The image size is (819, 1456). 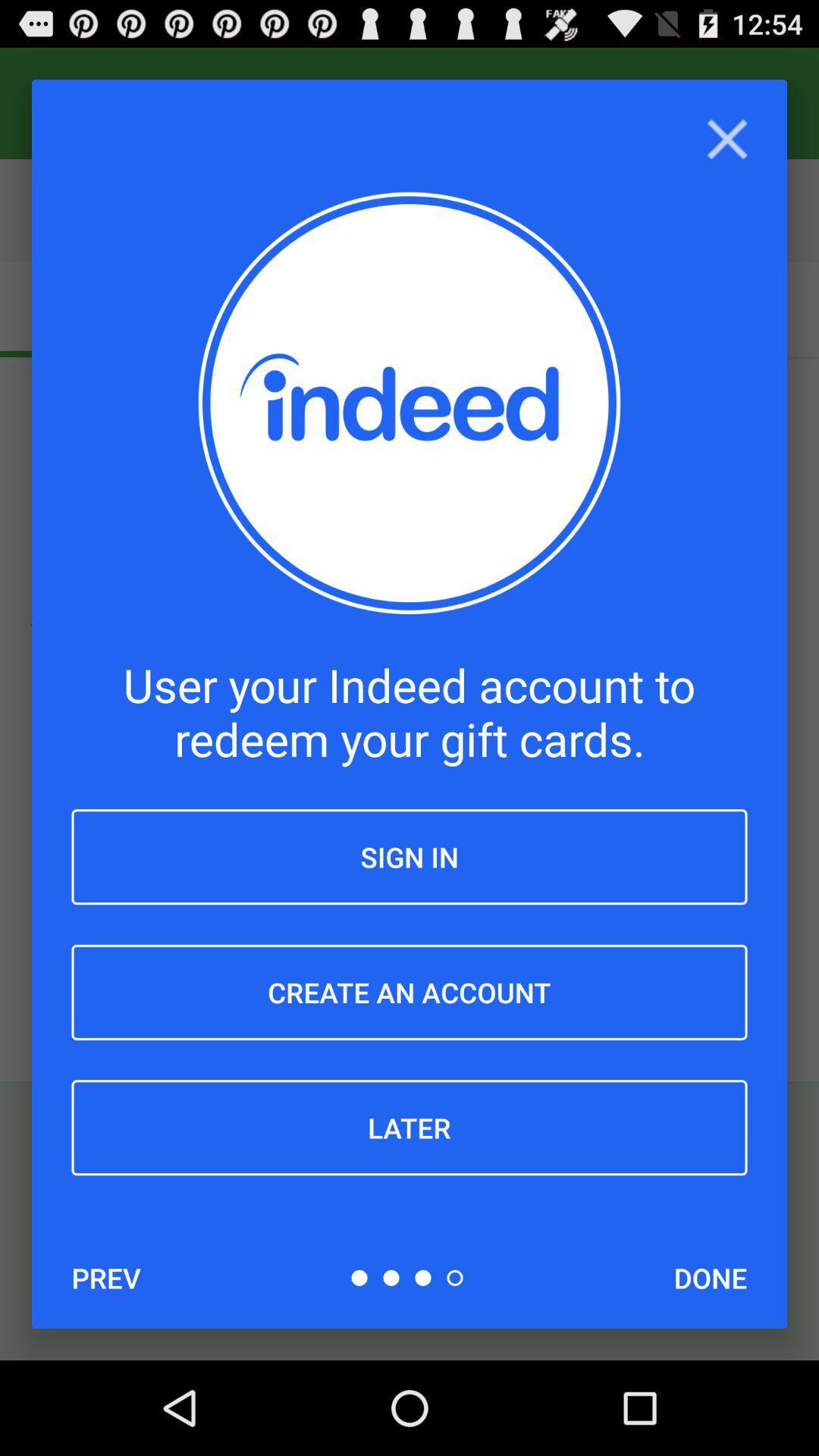 I want to click on item below sign in icon, so click(x=409, y=992).